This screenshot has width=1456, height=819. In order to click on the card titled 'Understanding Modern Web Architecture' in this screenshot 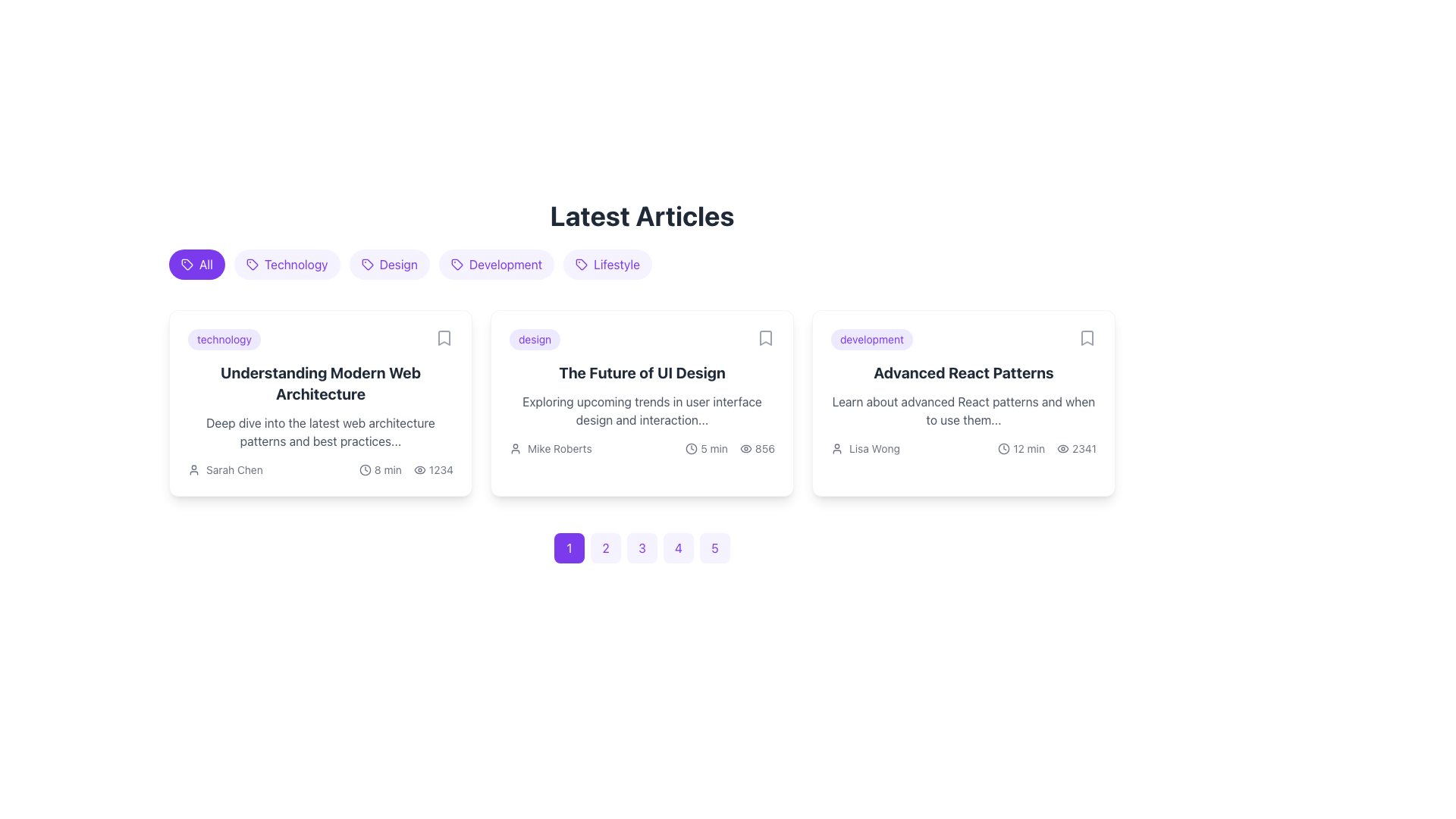, I will do `click(319, 403)`.